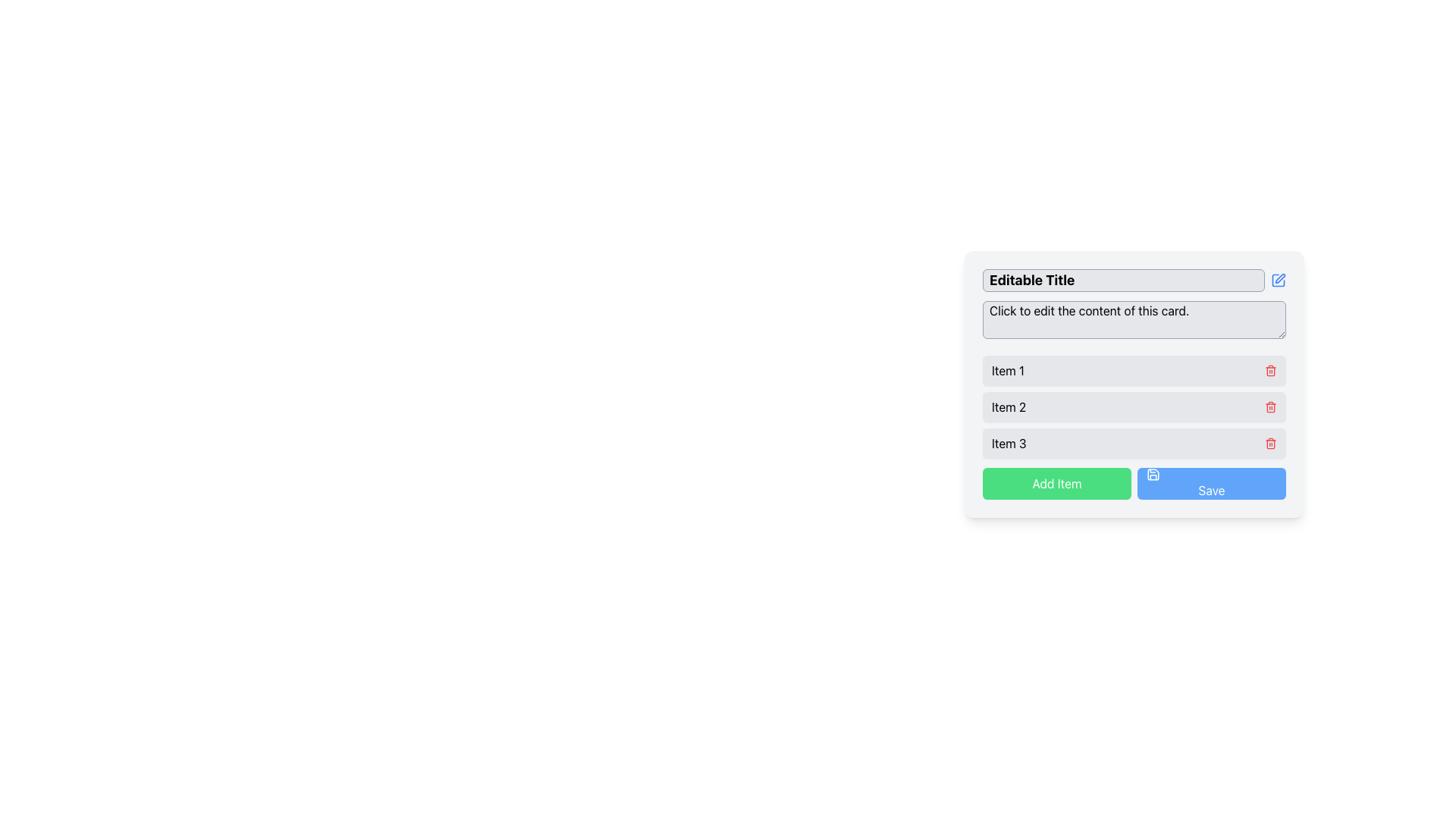 This screenshot has width=1456, height=819. I want to click on the right vertical edge of the trash bin icon, which indicates the delete function for the associated list item, so click(1270, 371).